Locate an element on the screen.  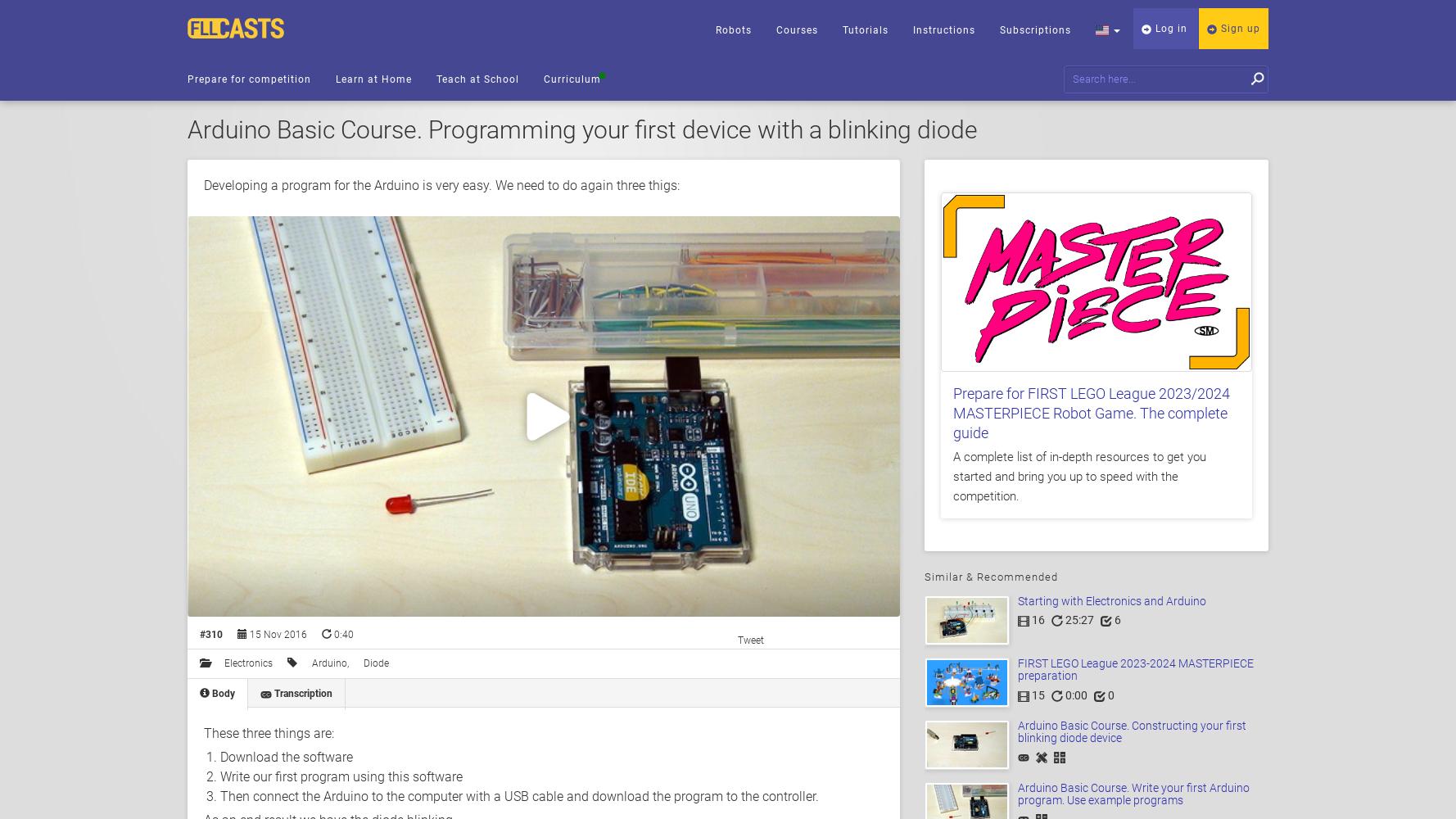
'Write our first program using this software' is located at coordinates (220, 776).